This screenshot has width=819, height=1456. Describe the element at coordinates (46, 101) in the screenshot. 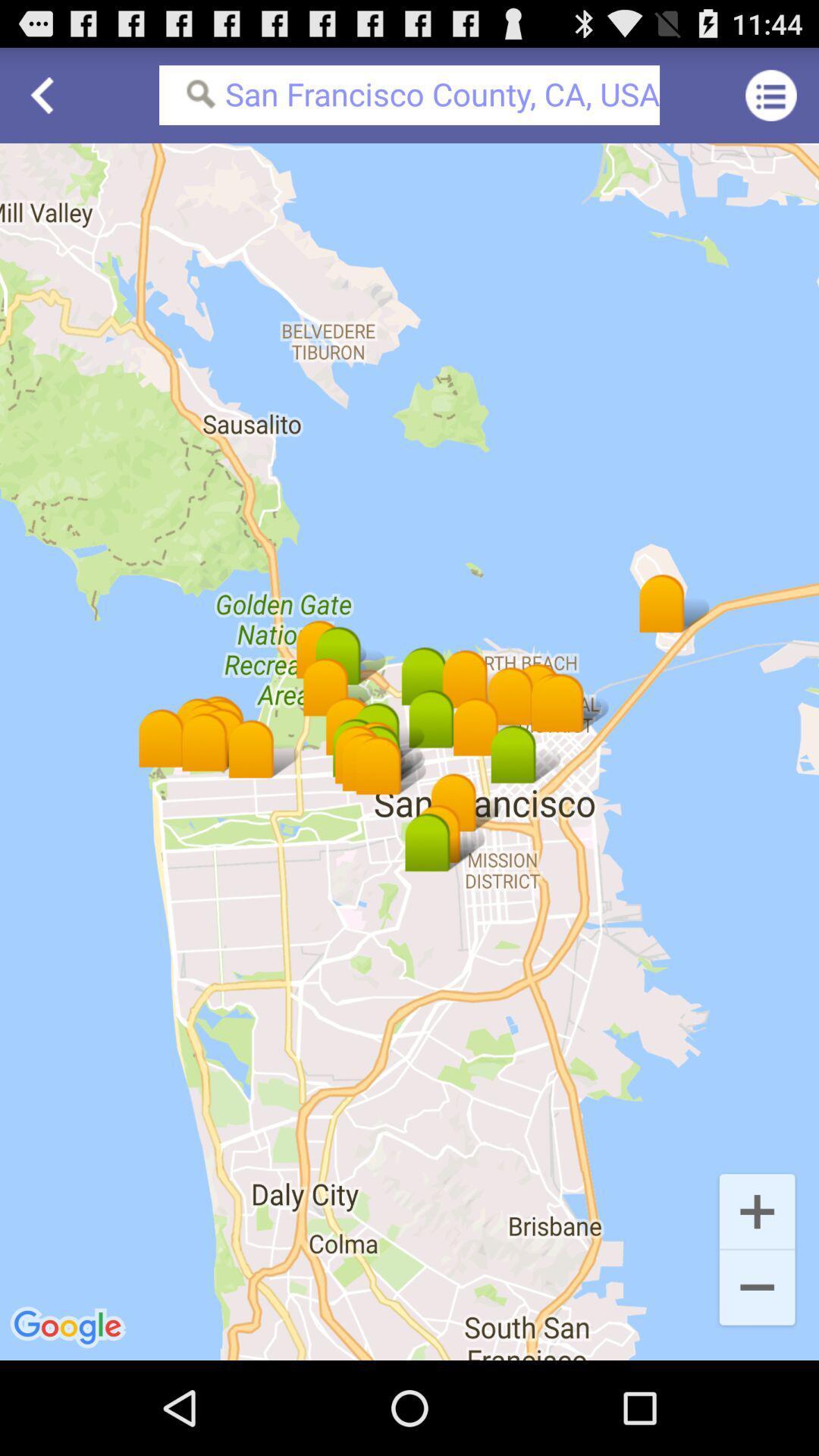

I see `the arrow_backward icon` at that location.